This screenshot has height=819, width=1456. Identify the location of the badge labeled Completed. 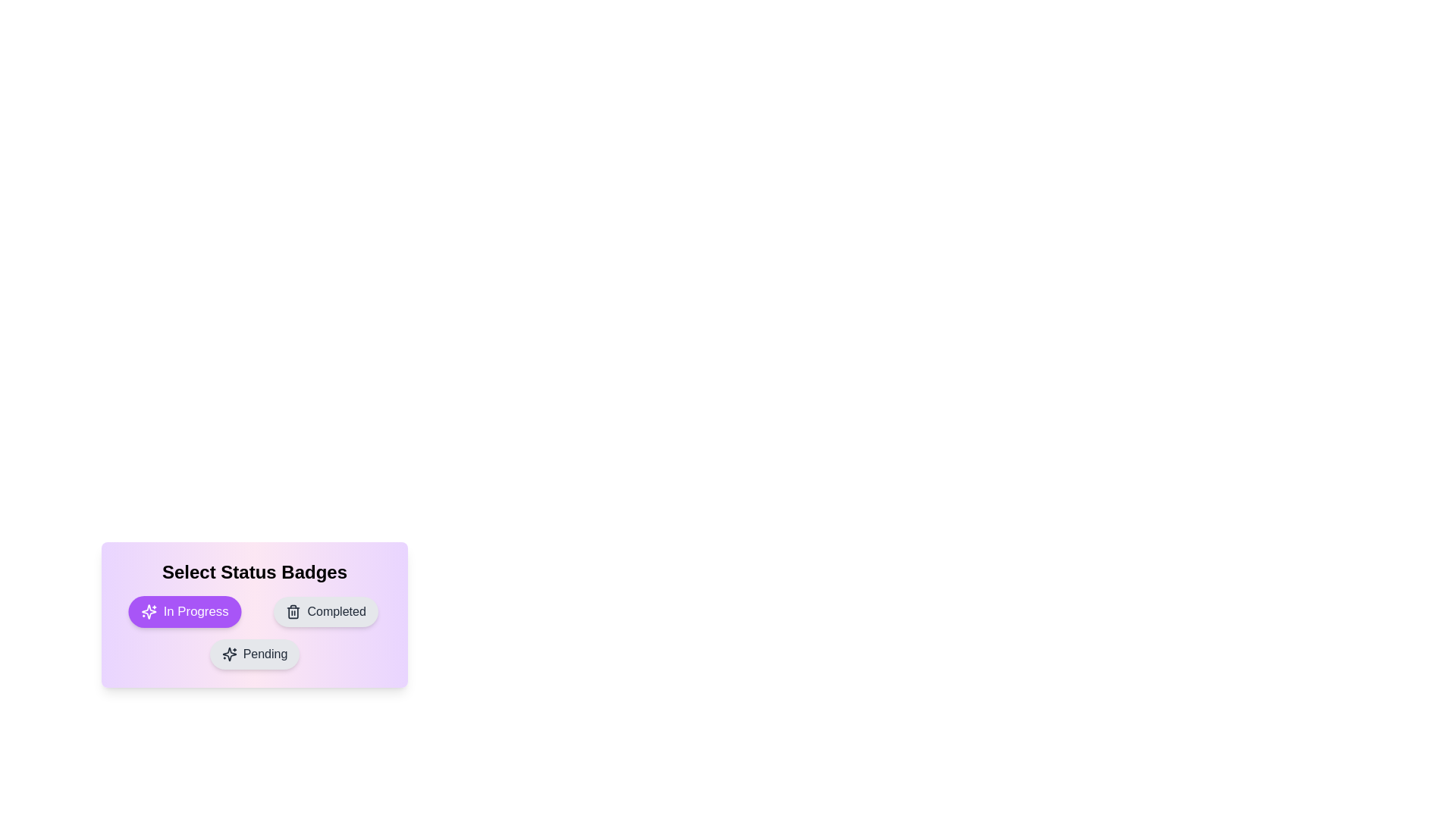
(325, 610).